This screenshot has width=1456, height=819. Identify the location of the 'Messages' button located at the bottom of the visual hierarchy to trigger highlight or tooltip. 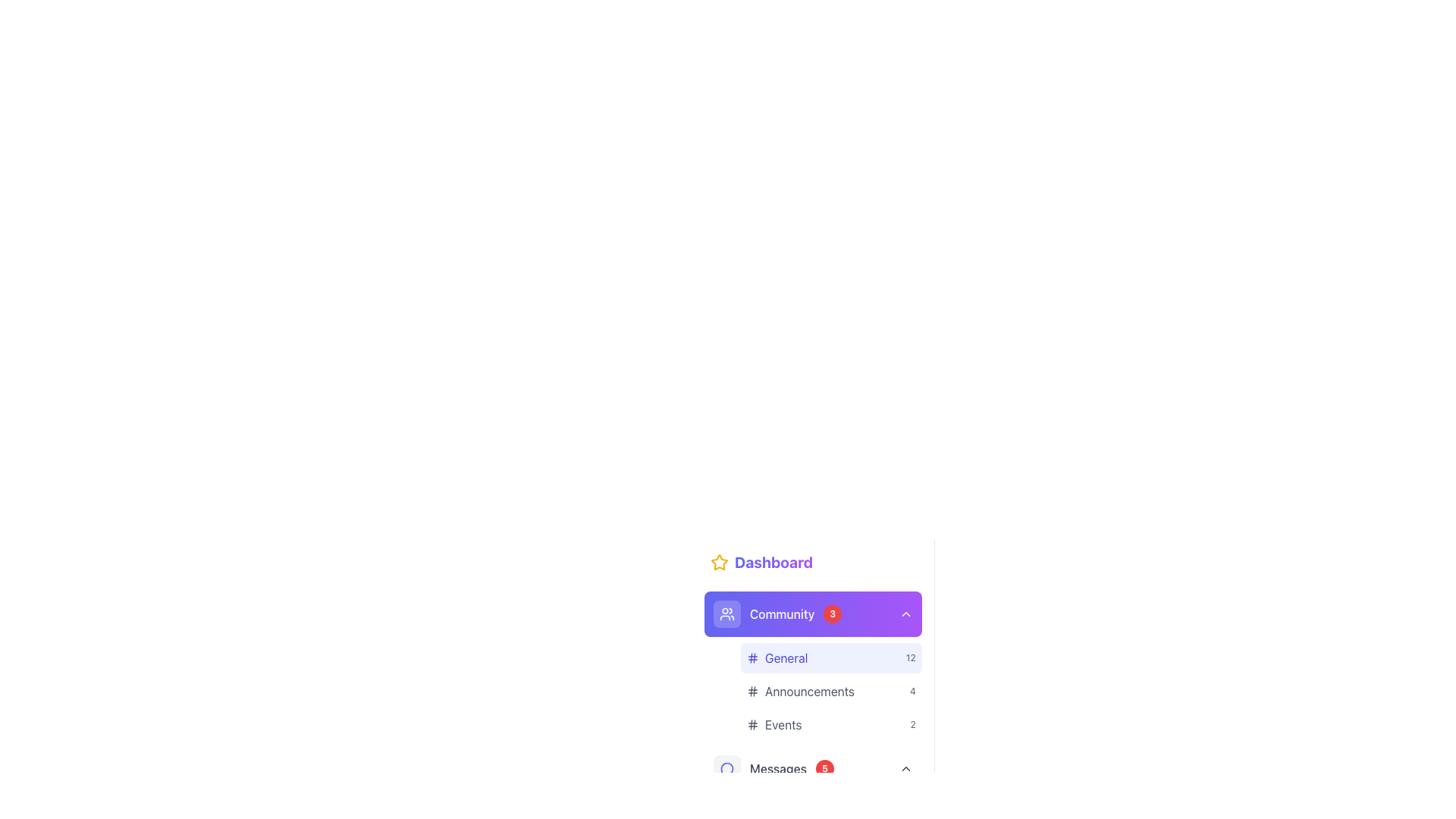
(812, 769).